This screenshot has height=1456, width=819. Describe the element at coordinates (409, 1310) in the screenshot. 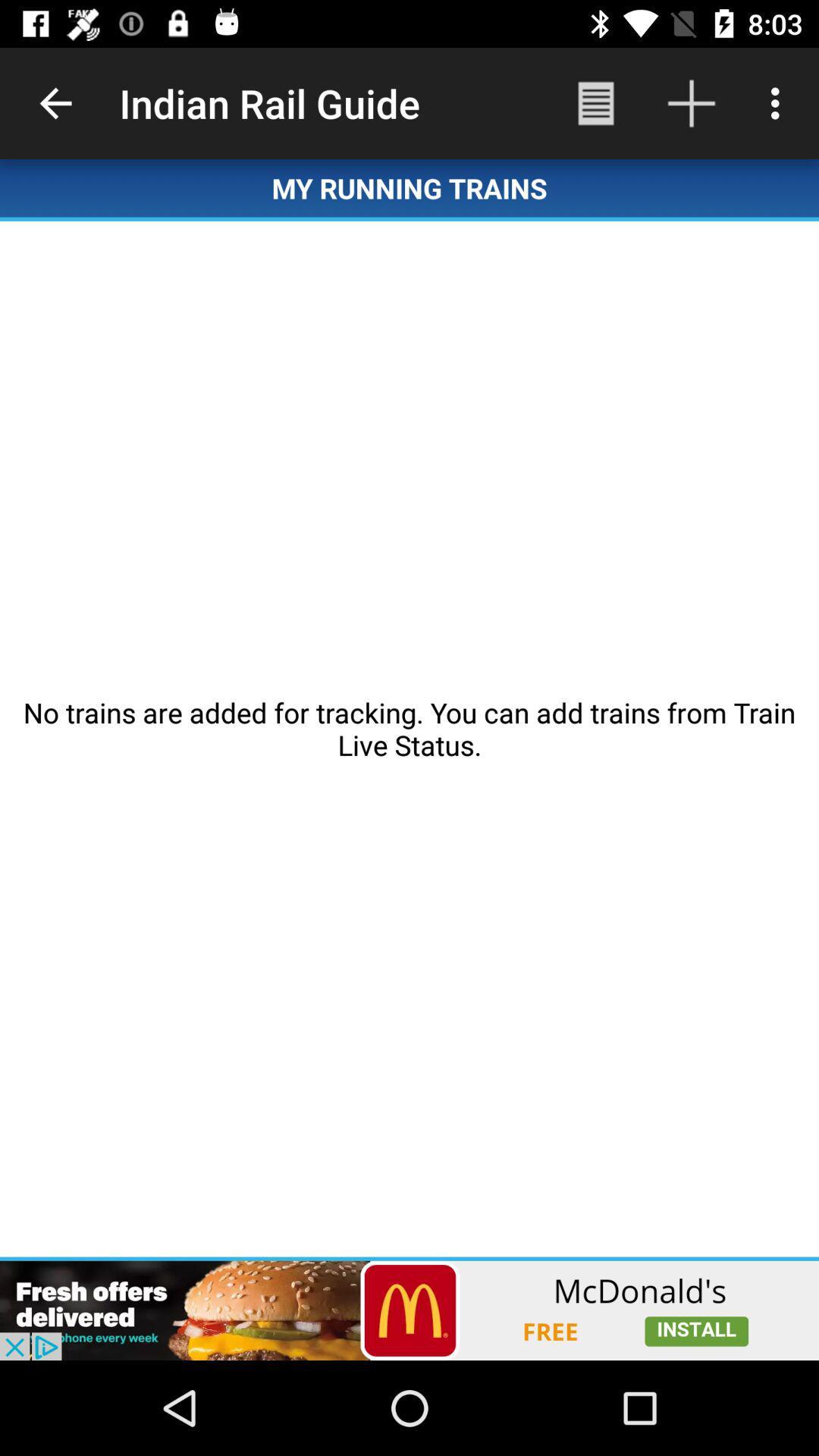

I see `this advertisement` at that location.